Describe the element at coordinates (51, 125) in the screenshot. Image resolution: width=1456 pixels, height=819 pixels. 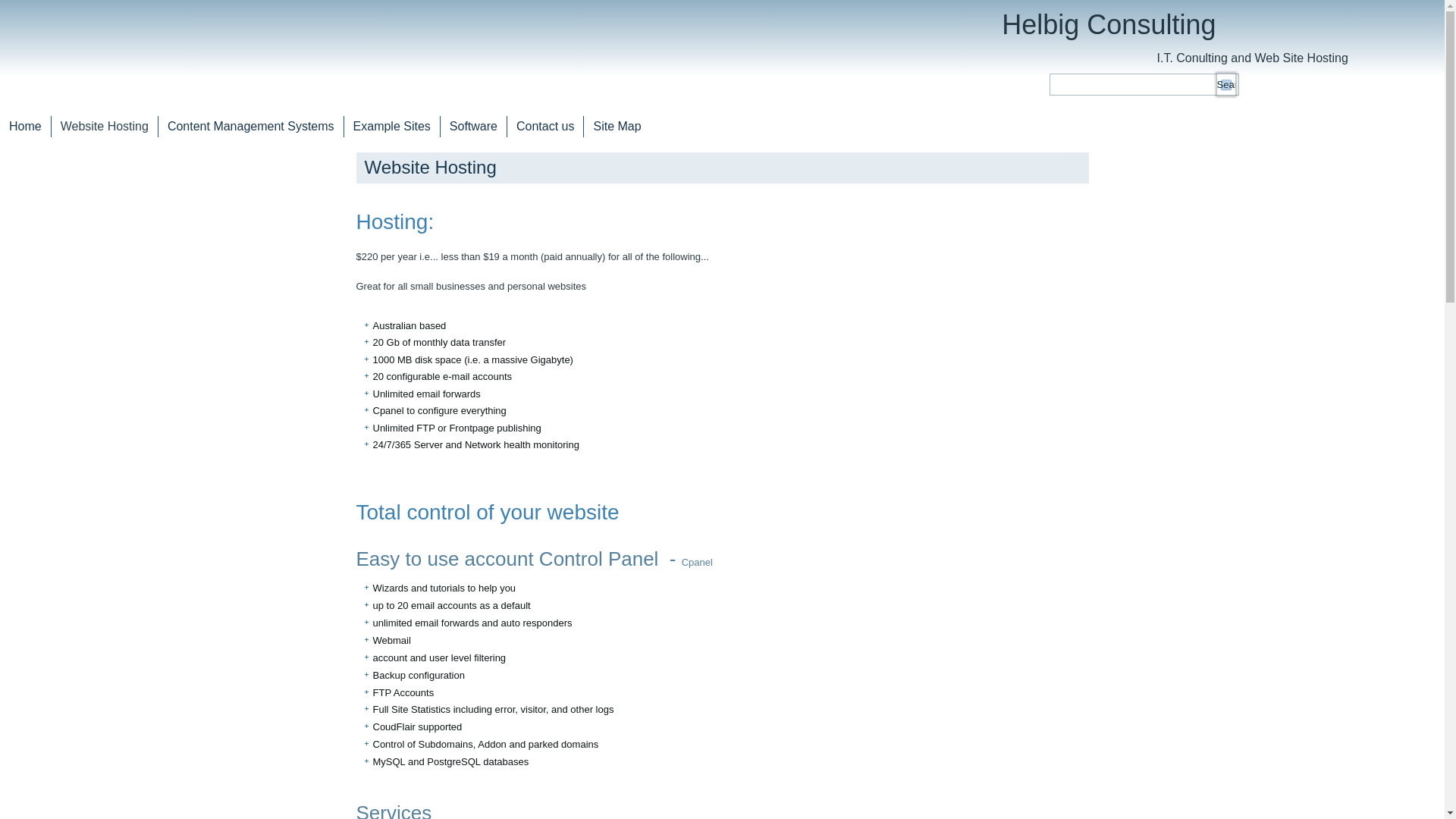
I see `'Website Hosting'` at that location.